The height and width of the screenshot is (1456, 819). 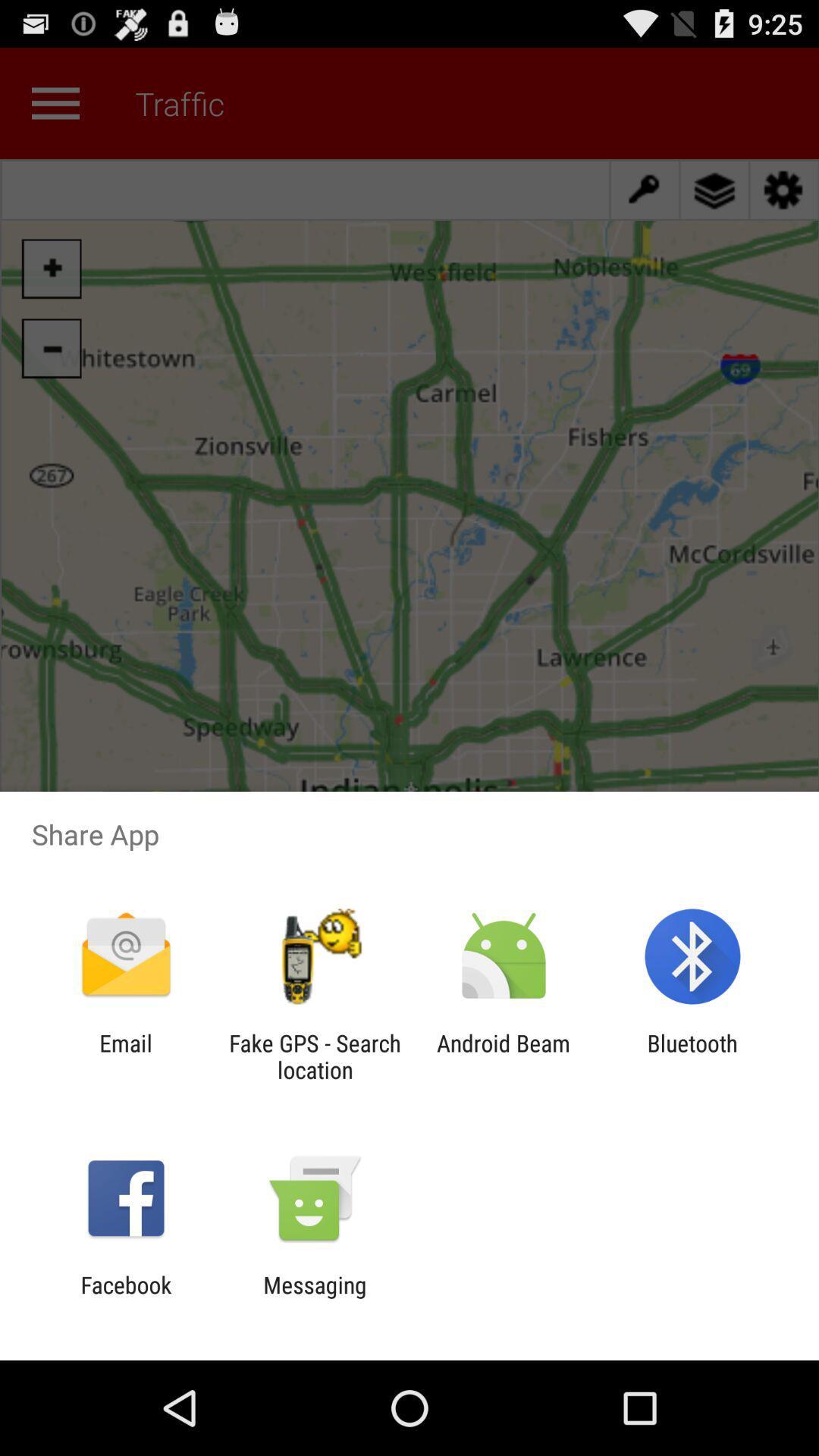 What do you see at coordinates (504, 1056) in the screenshot?
I see `the app to the left of the bluetooth icon` at bounding box center [504, 1056].